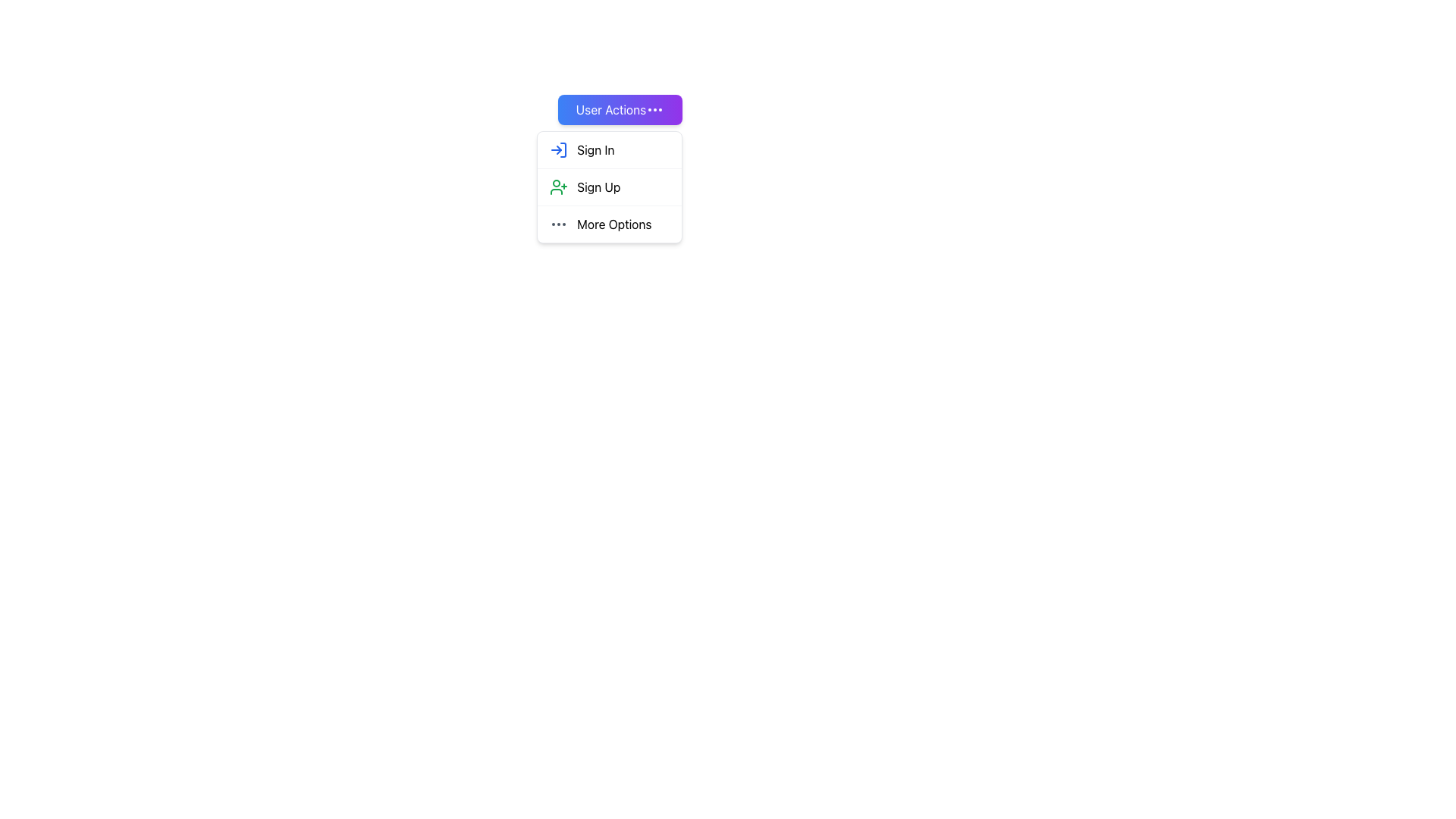 This screenshot has width=1456, height=819. Describe the element at coordinates (558, 224) in the screenshot. I see `the ellipsis icon representing 'More Options' located in the dropdown menu under the 'User Actions' button, positioned to the left of the text label 'More Options'` at that location.